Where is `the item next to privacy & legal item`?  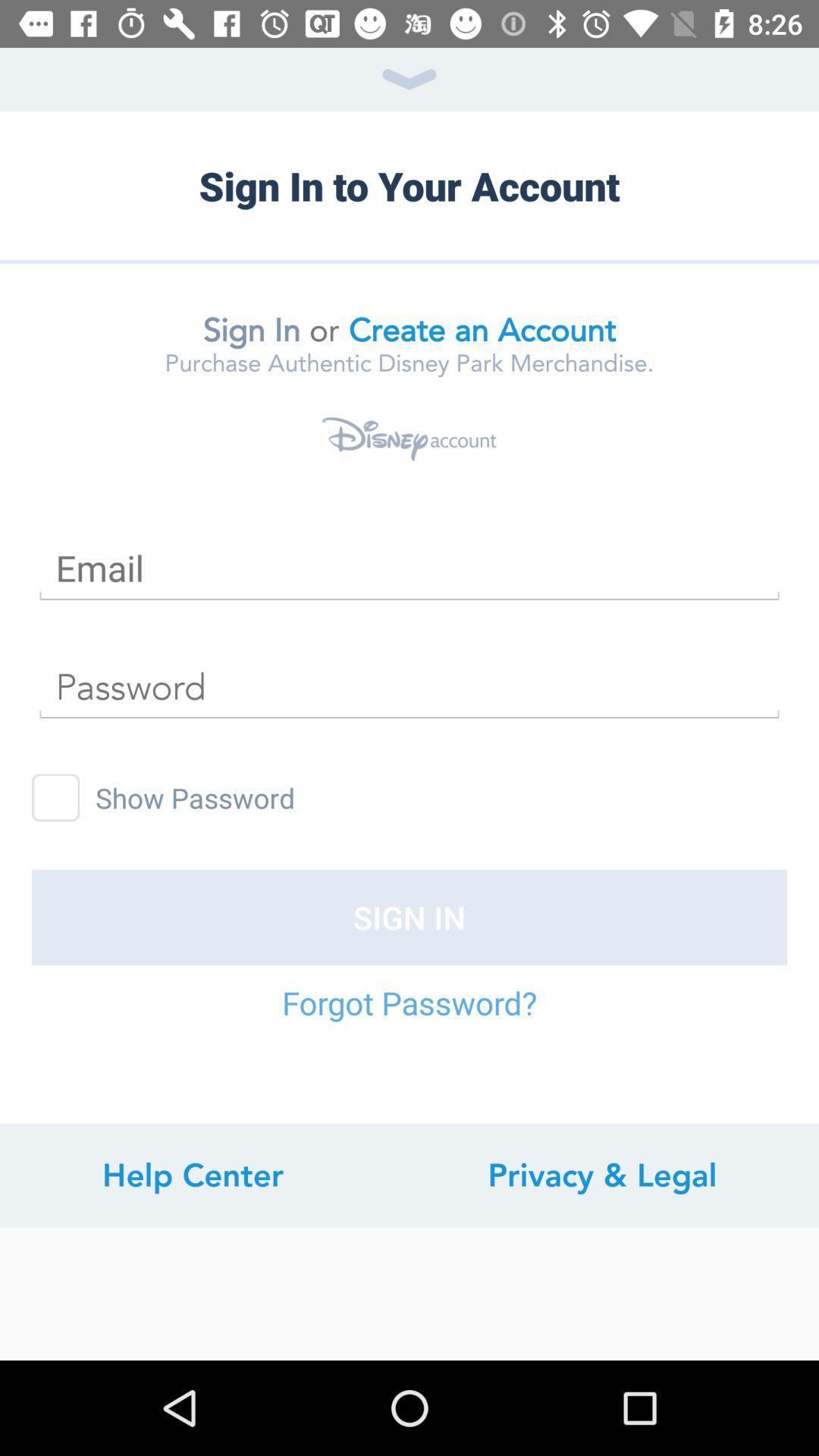 the item next to privacy & legal item is located at coordinates (192, 1175).